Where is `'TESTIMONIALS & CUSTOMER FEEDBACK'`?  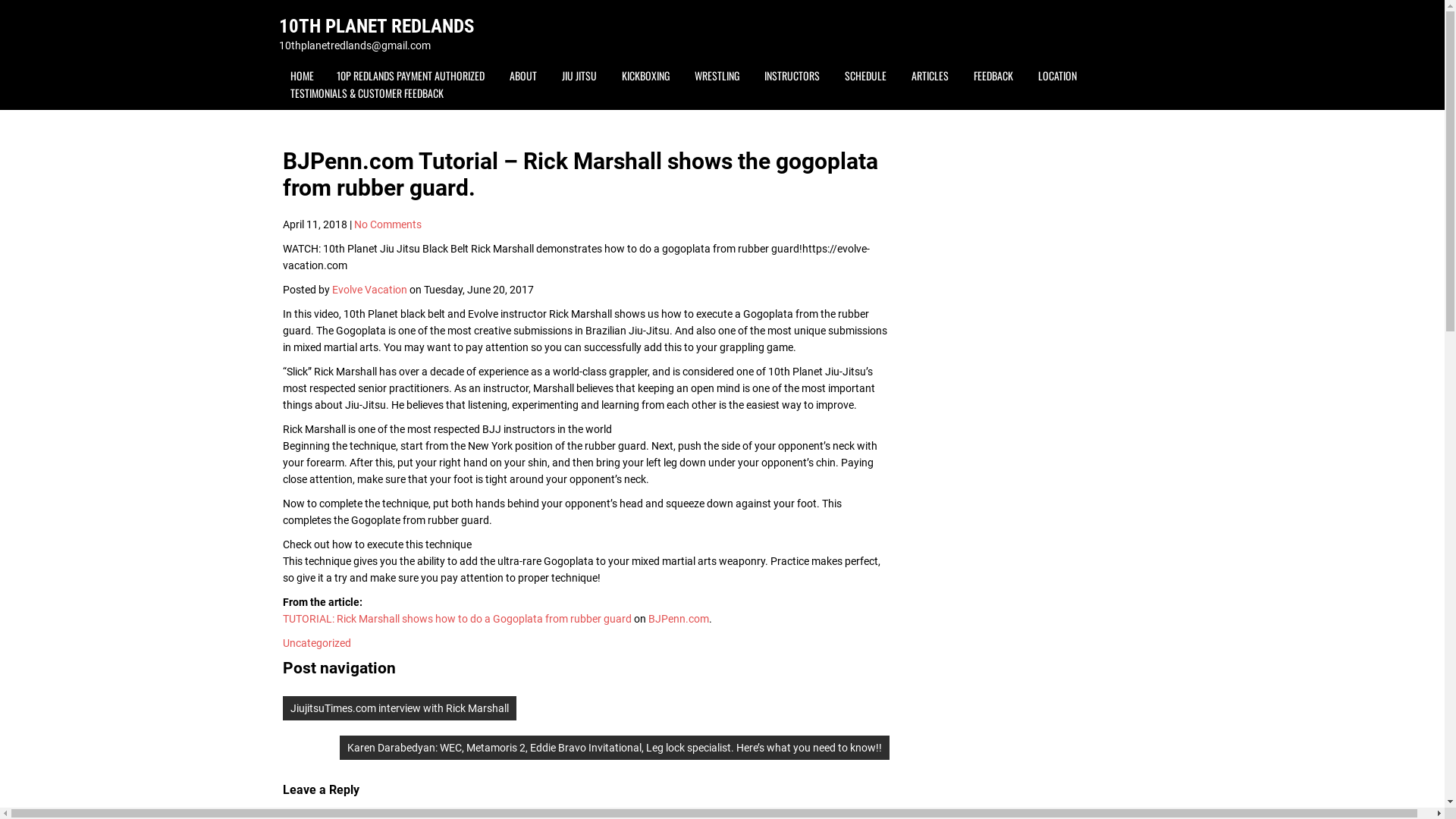
'TESTIMONIALS & CUSTOMER FEEDBACK' is located at coordinates (367, 93).